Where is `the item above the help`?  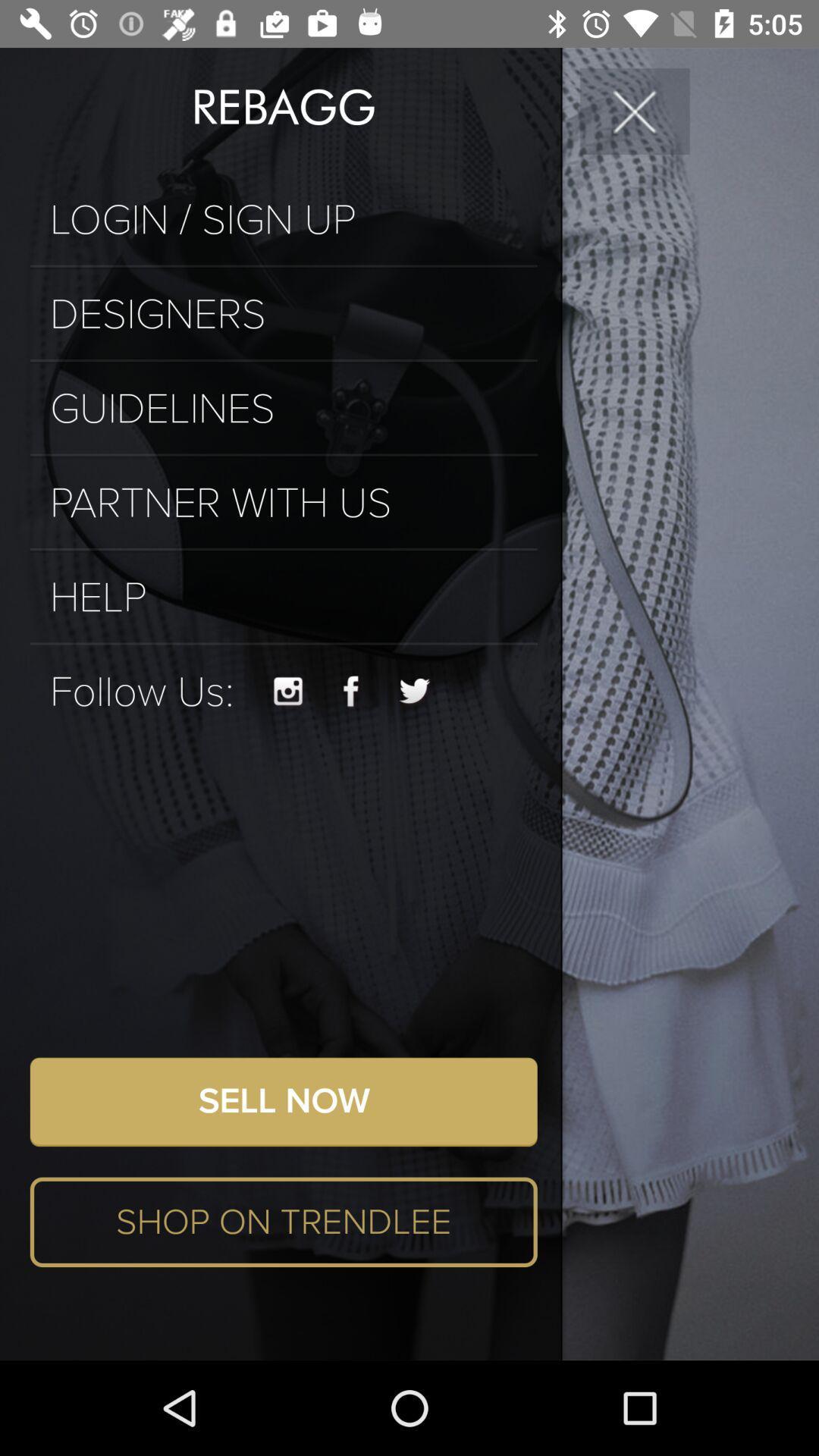
the item above the help is located at coordinates (284, 548).